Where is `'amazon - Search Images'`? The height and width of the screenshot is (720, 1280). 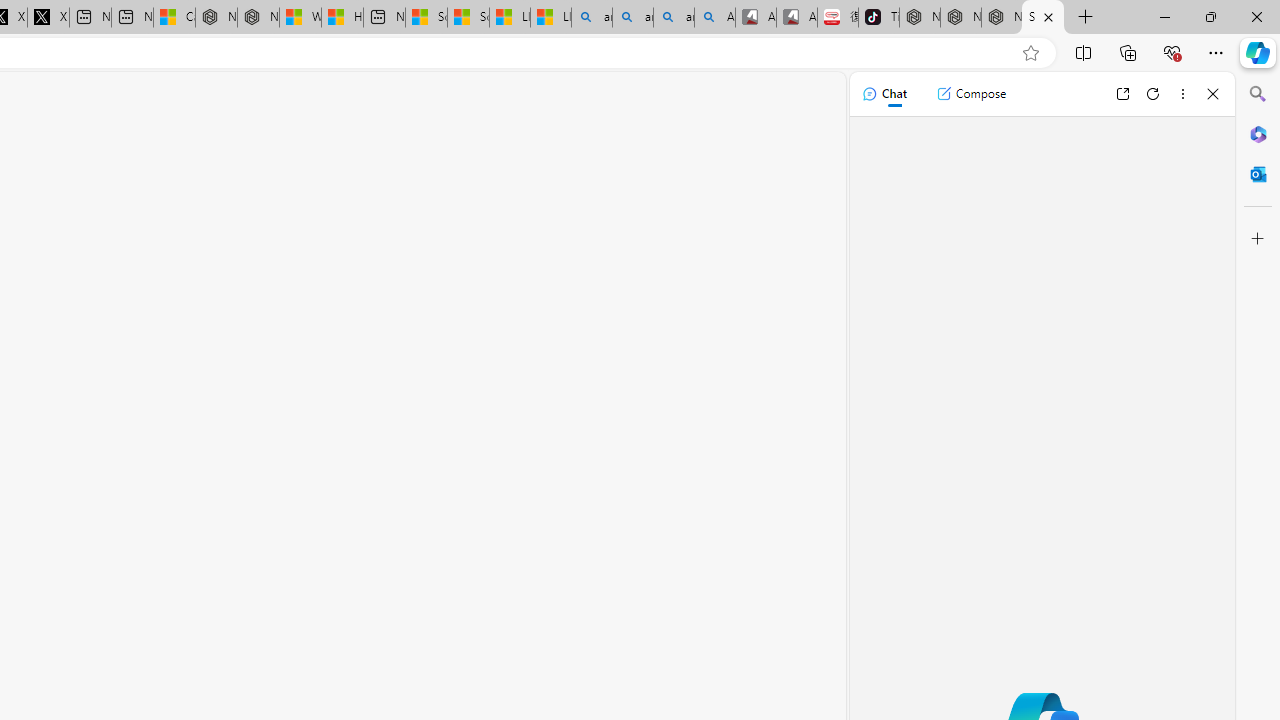 'amazon - Search Images' is located at coordinates (673, 17).